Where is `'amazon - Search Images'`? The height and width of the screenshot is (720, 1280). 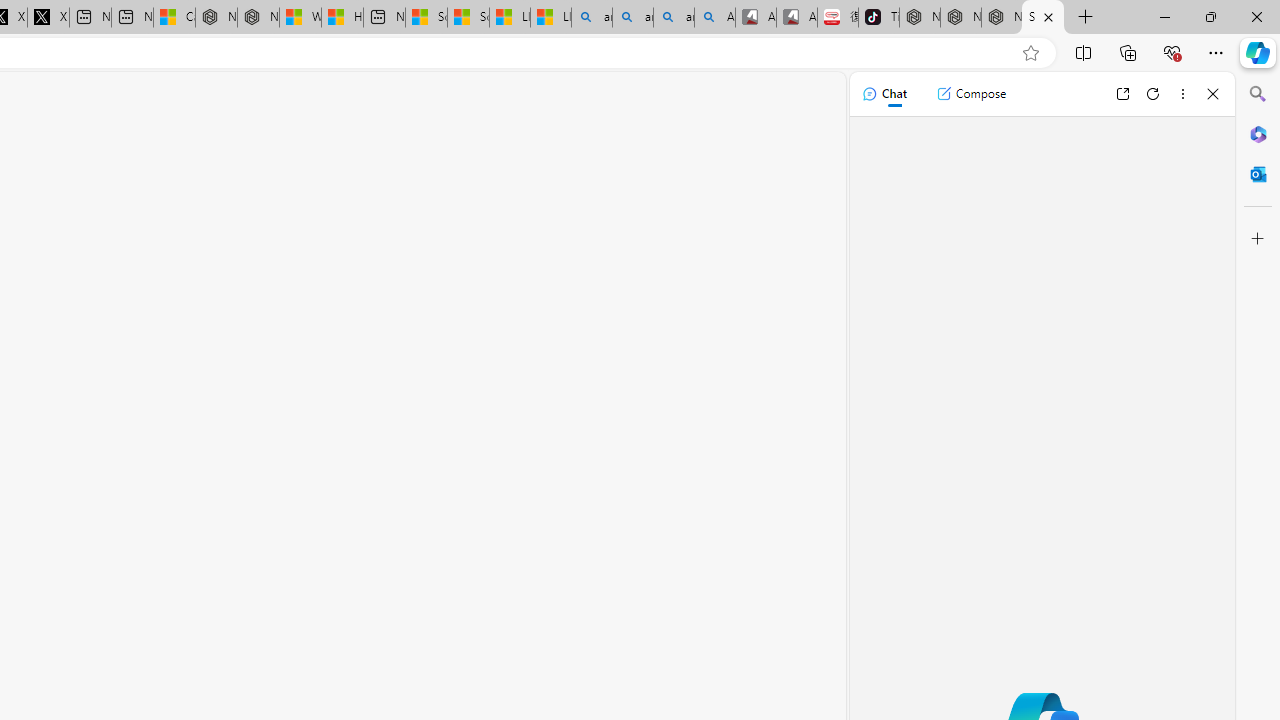 'amazon - Search Images' is located at coordinates (673, 17).